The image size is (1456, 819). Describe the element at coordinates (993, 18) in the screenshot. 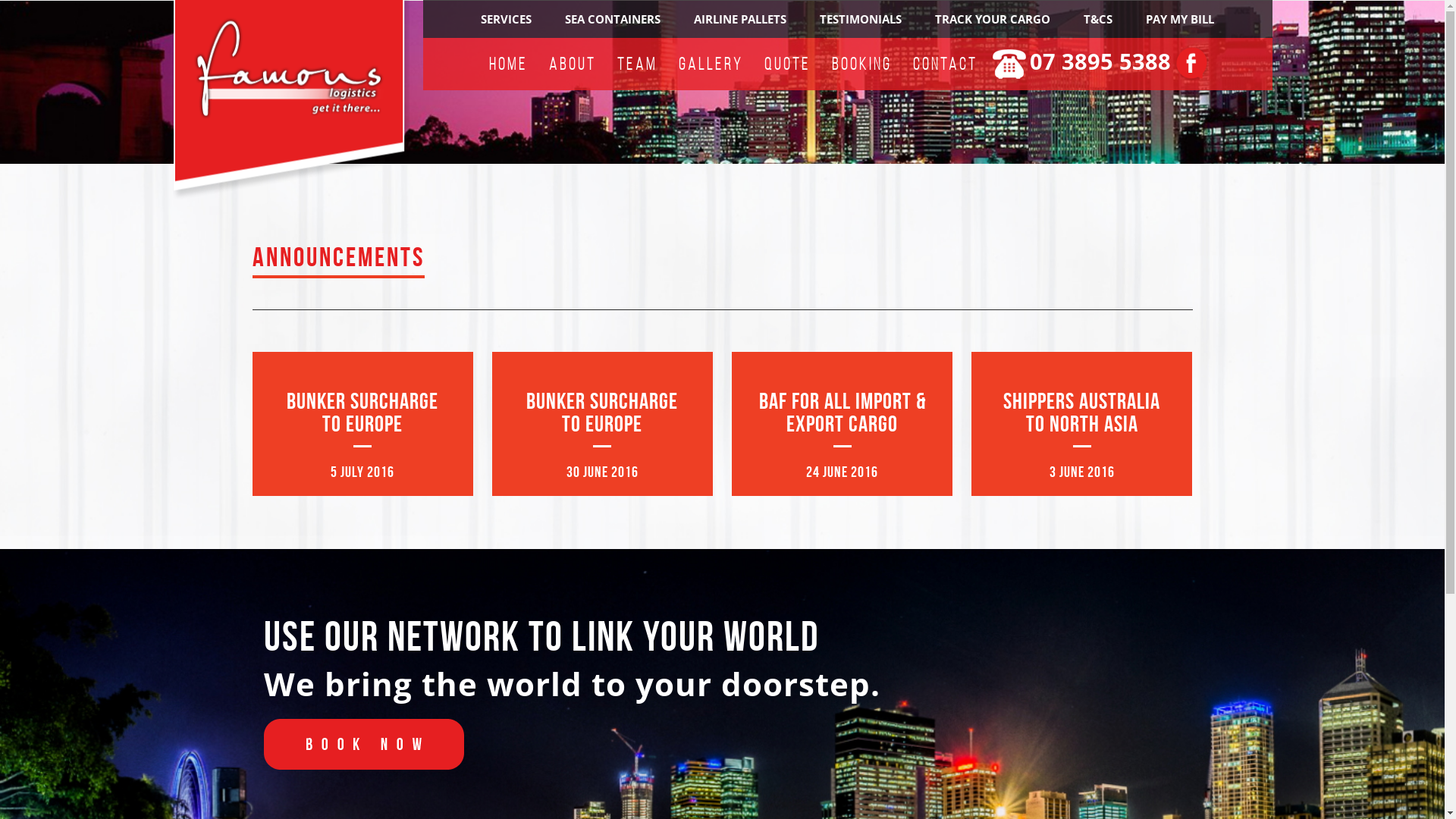

I see `'TRACK YOUR CARGO'` at that location.